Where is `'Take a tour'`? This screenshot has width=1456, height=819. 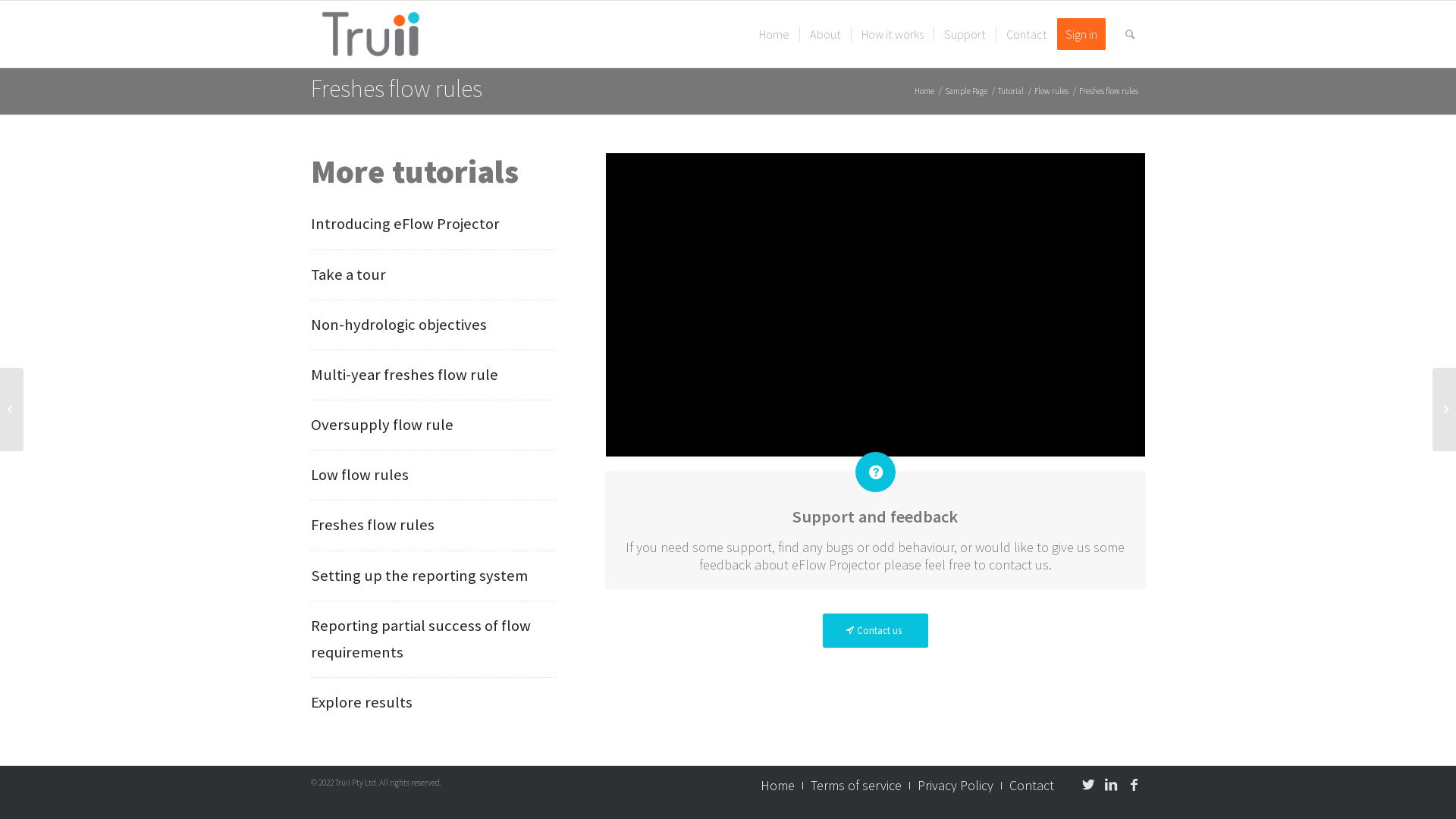 'Take a tour' is located at coordinates (347, 274).